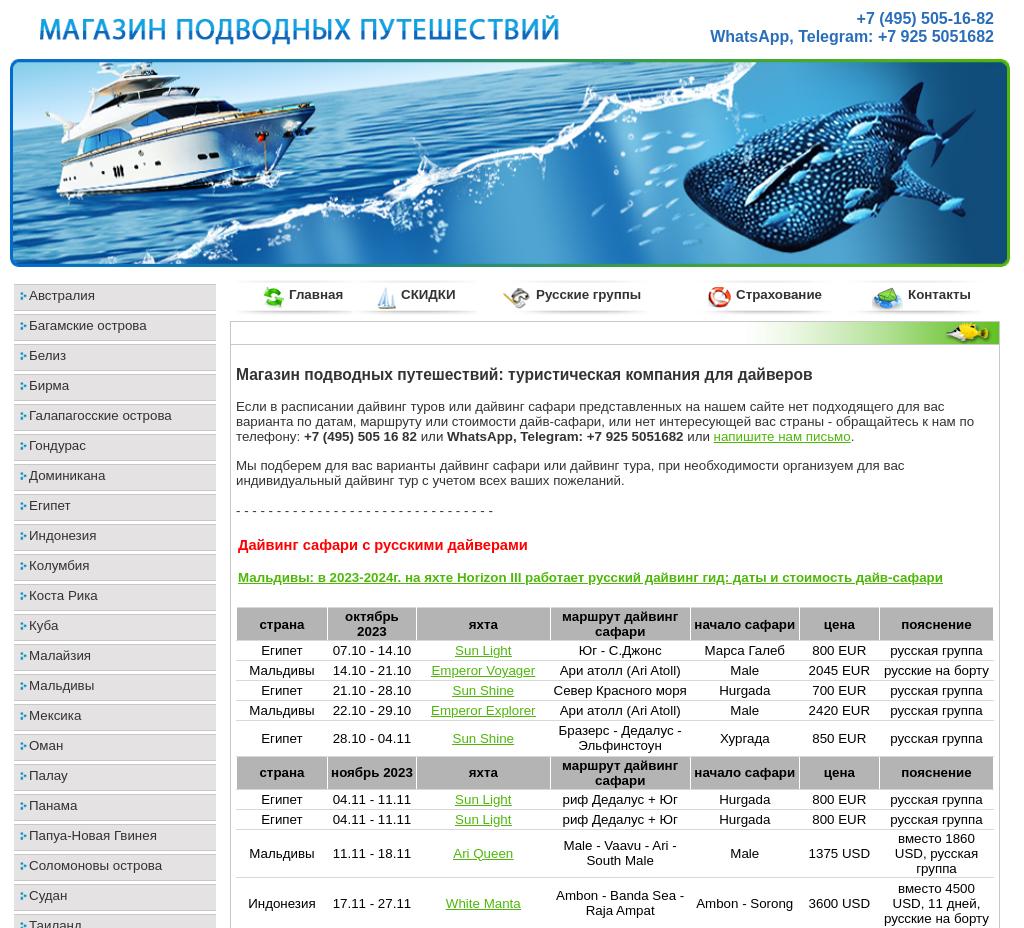 The height and width of the screenshot is (928, 1024). I want to click on '2420 EUR', so click(837, 709).